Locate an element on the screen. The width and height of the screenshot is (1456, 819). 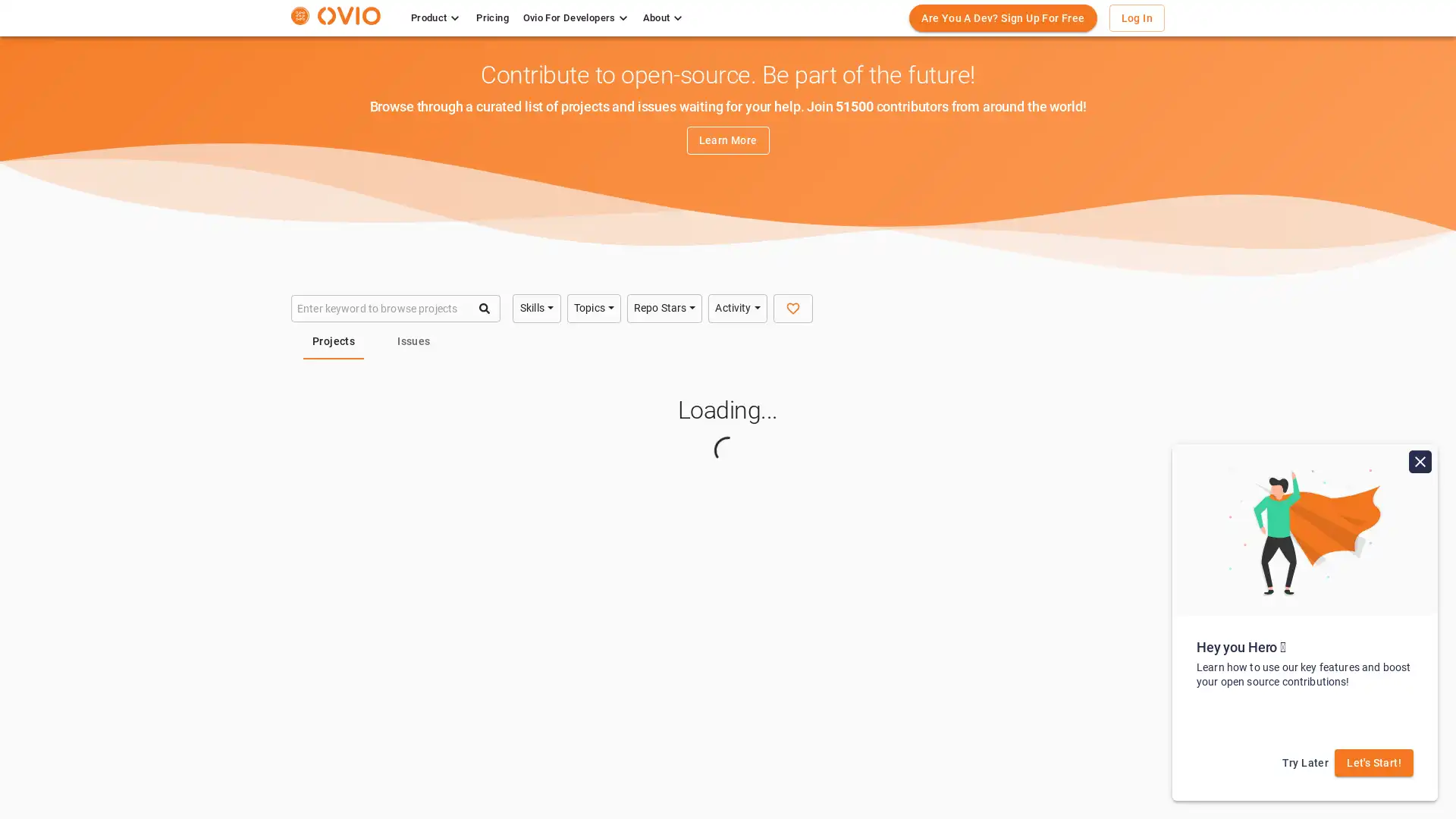
Are You A Dev? Sign Up For Free is located at coordinates (1003, 17).